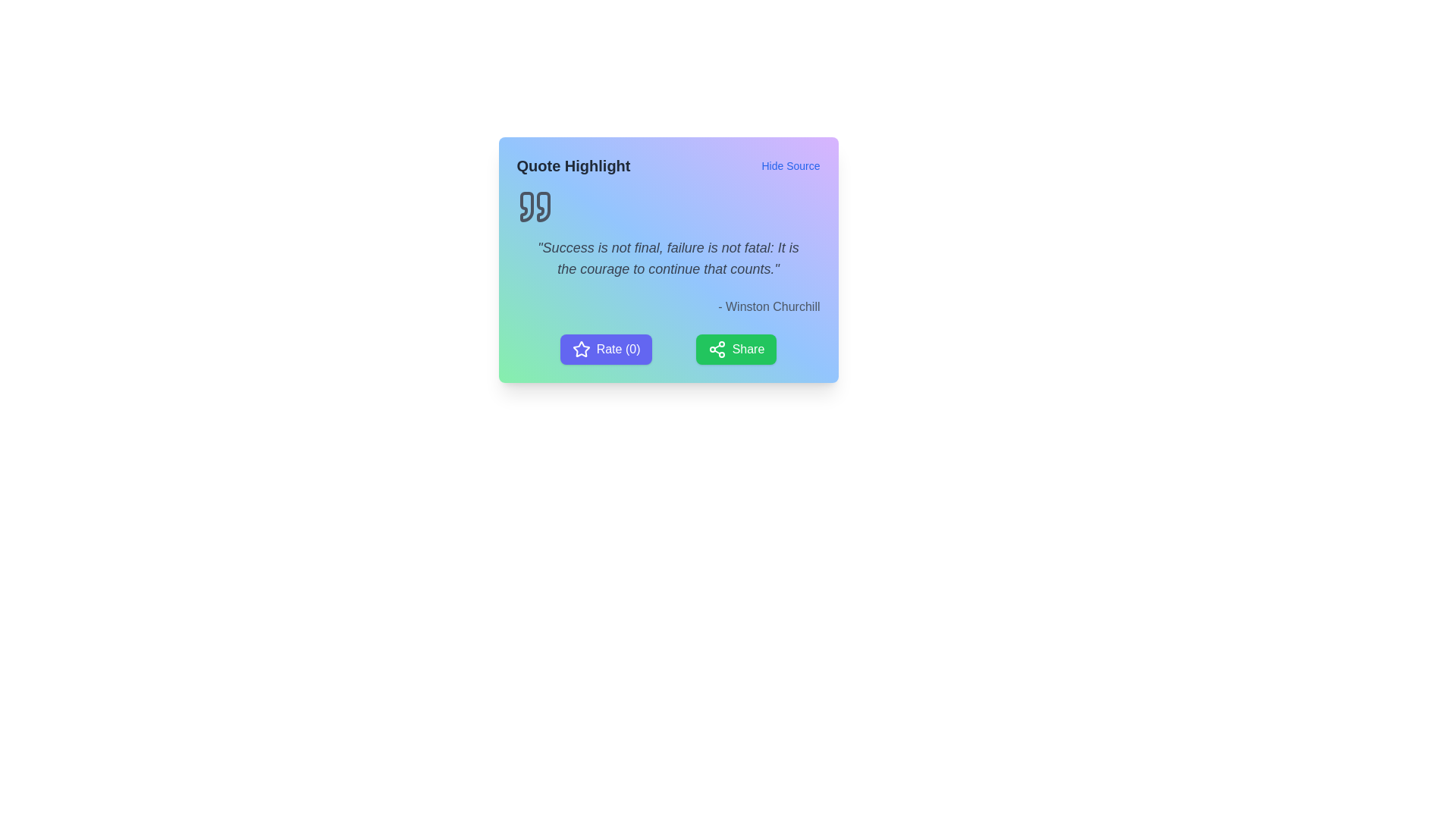  What do you see at coordinates (580, 350) in the screenshot?
I see `the rating icon associated with the 'Rate (0)' button, which is styled with a blue background and located at the bottom-left corner of a card` at bounding box center [580, 350].